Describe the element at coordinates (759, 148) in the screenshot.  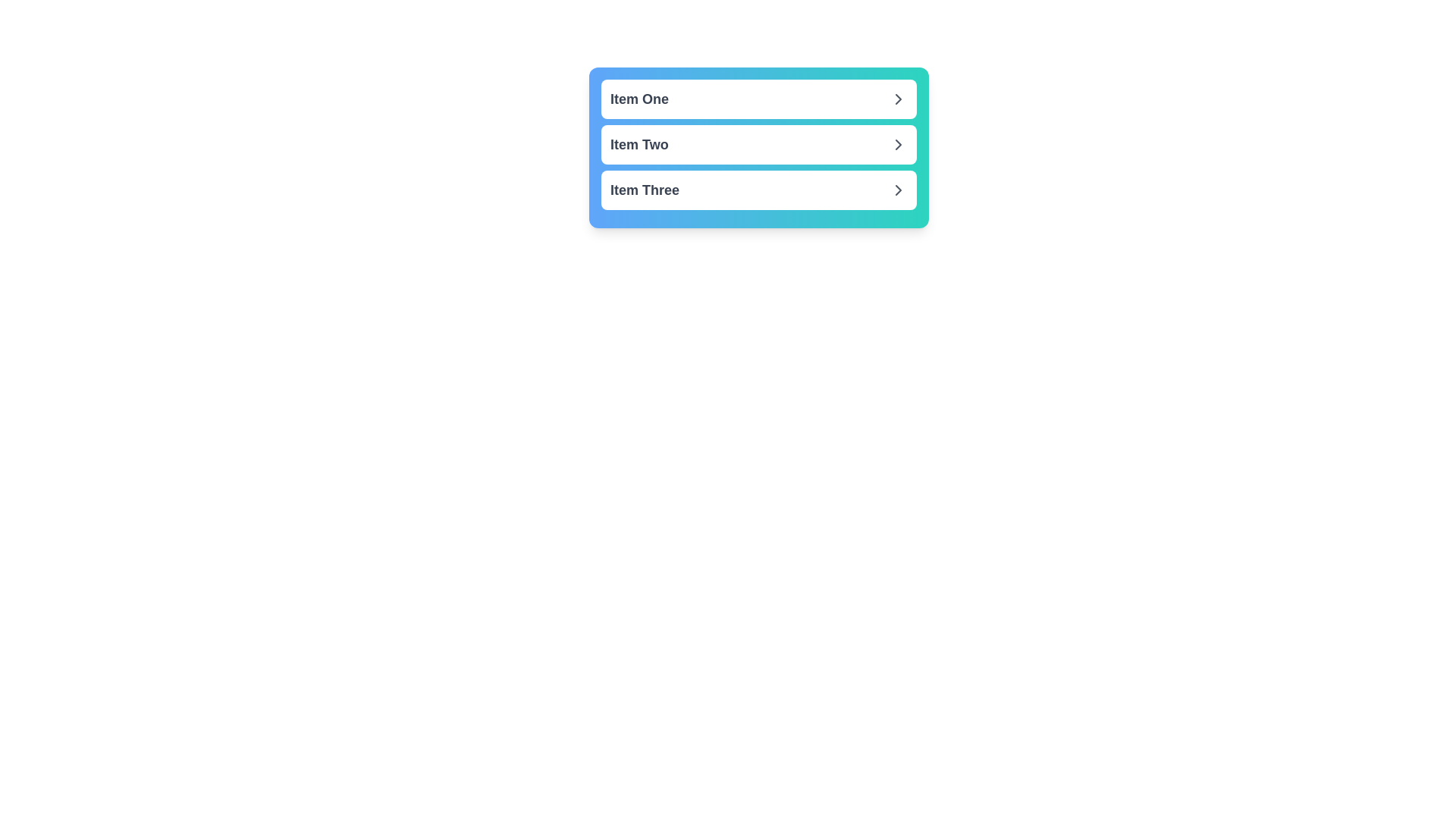
I see `the second selectable list item, which is positioned centrally in a stacked list` at that location.